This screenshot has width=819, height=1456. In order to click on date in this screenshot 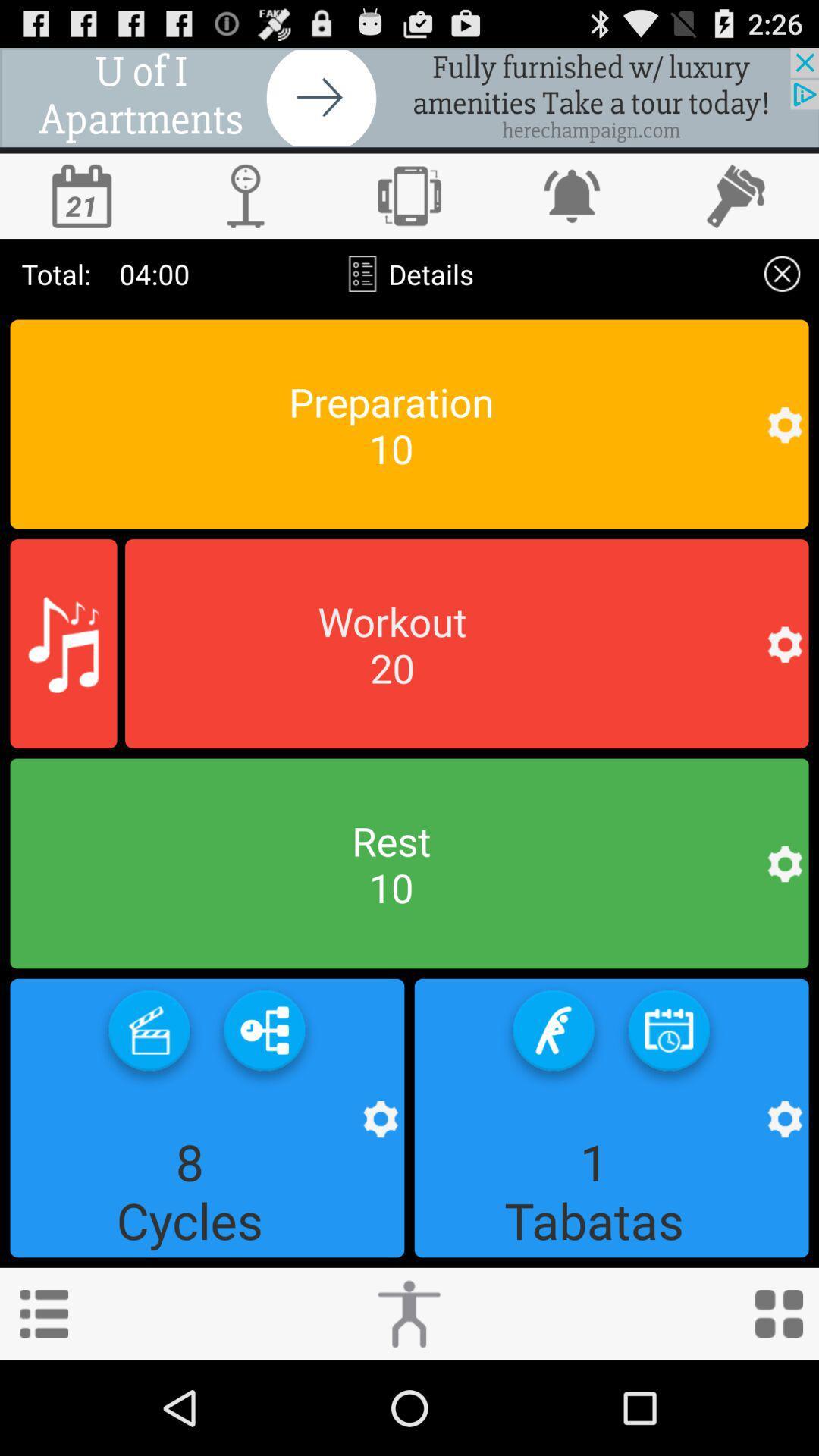, I will do `click(82, 195)`.